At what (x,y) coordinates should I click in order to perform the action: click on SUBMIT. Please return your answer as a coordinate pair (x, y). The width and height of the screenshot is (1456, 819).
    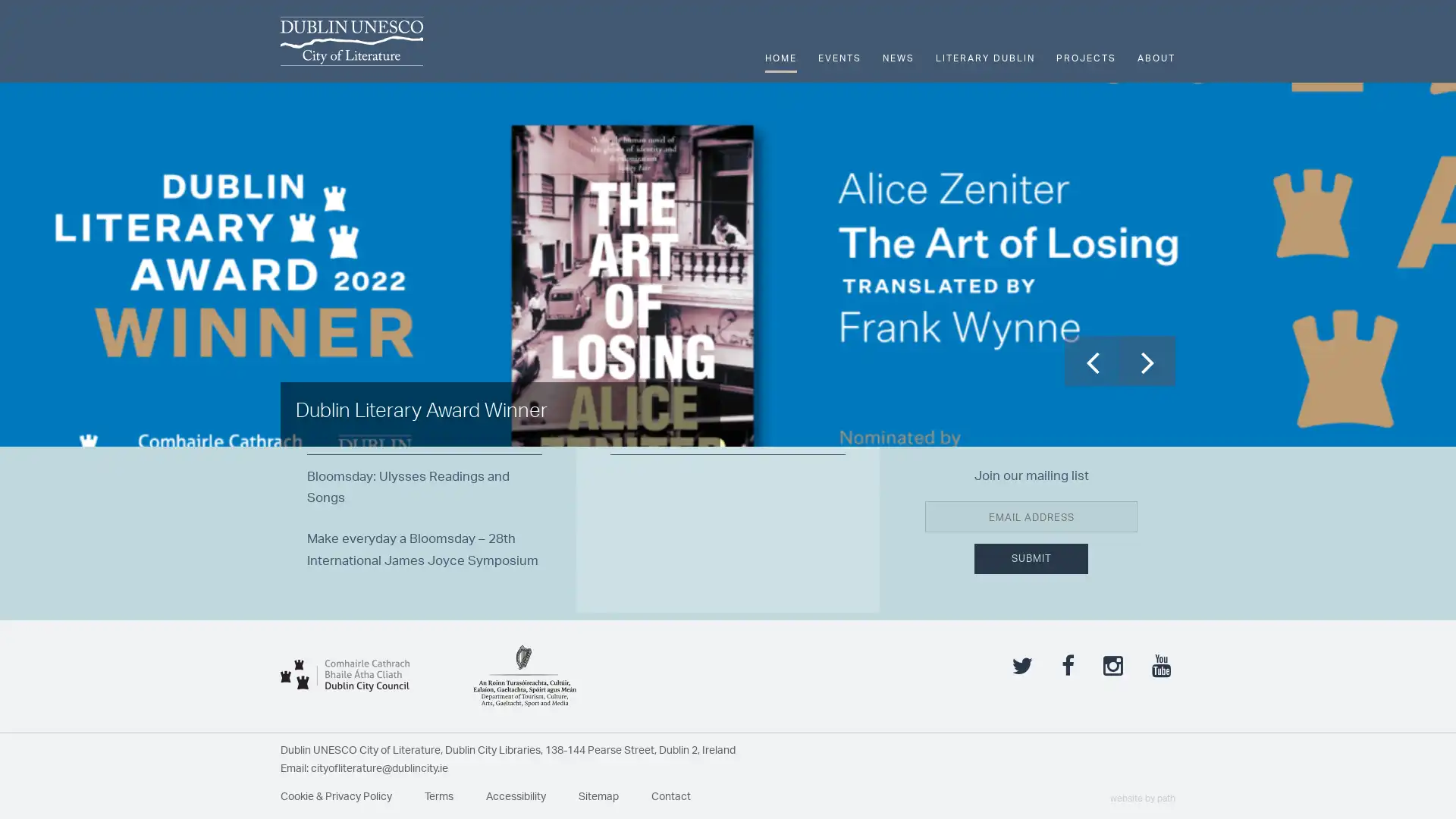
    Looking at the image, I should click on (1031, 619).